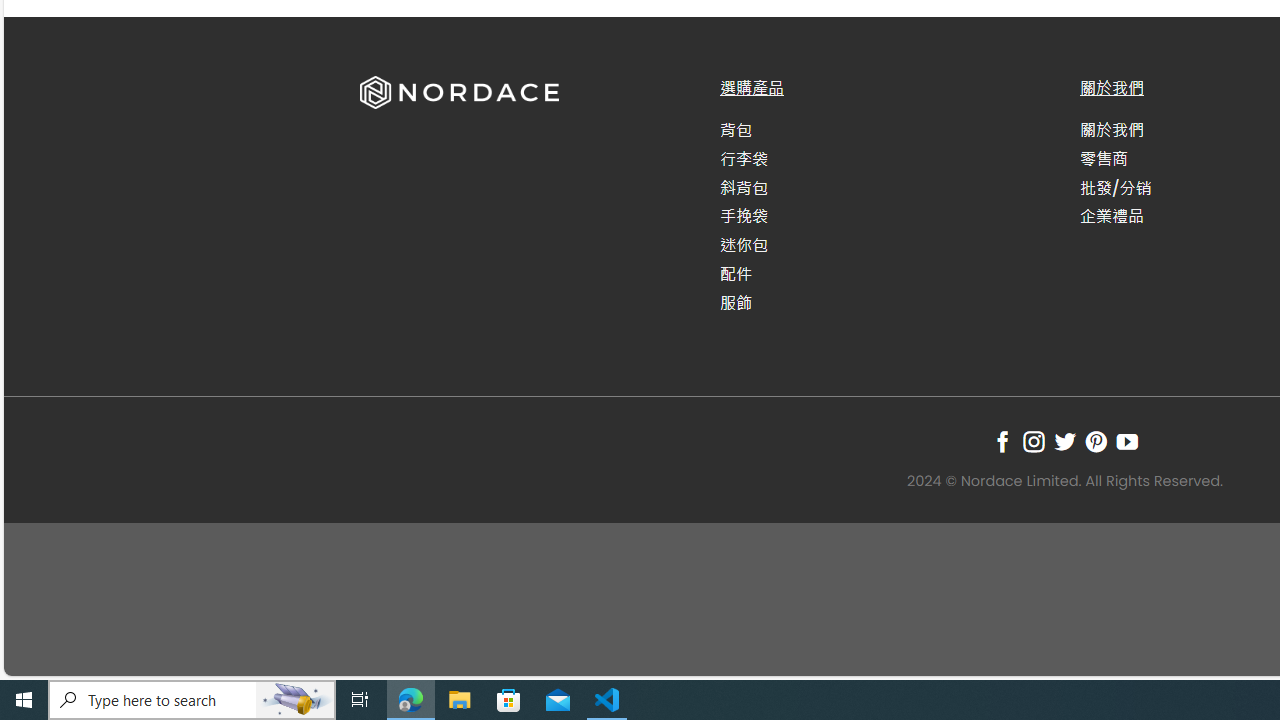 Image resolution: width=1280 pixels, height=720 pixels. Describe the element at coordinates (1095, 440) in the screenshot. I see `'Follow on Pinterest'` at that location.